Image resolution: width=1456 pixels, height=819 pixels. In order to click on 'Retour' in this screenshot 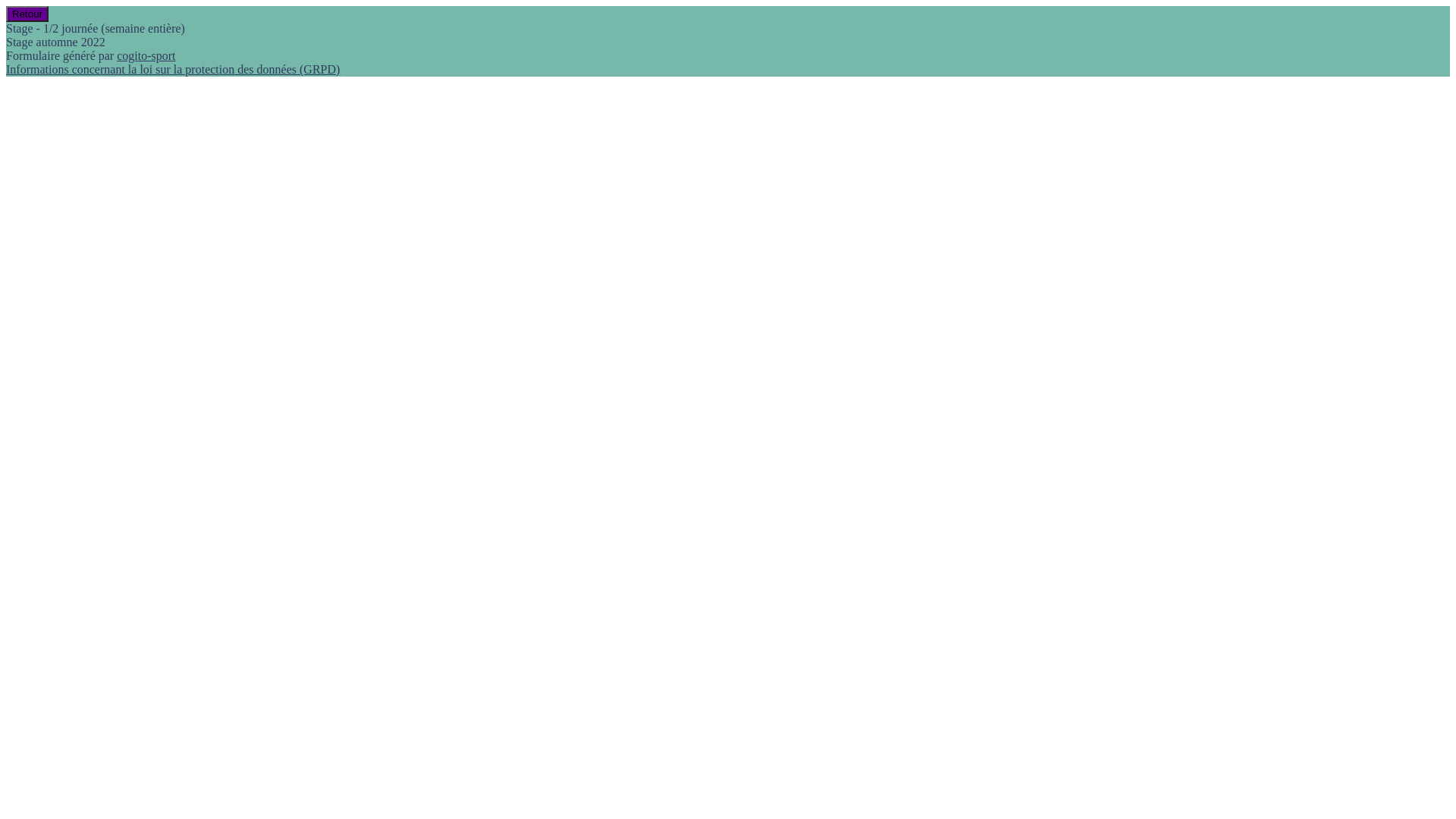, I will do `click(27, 14)`.